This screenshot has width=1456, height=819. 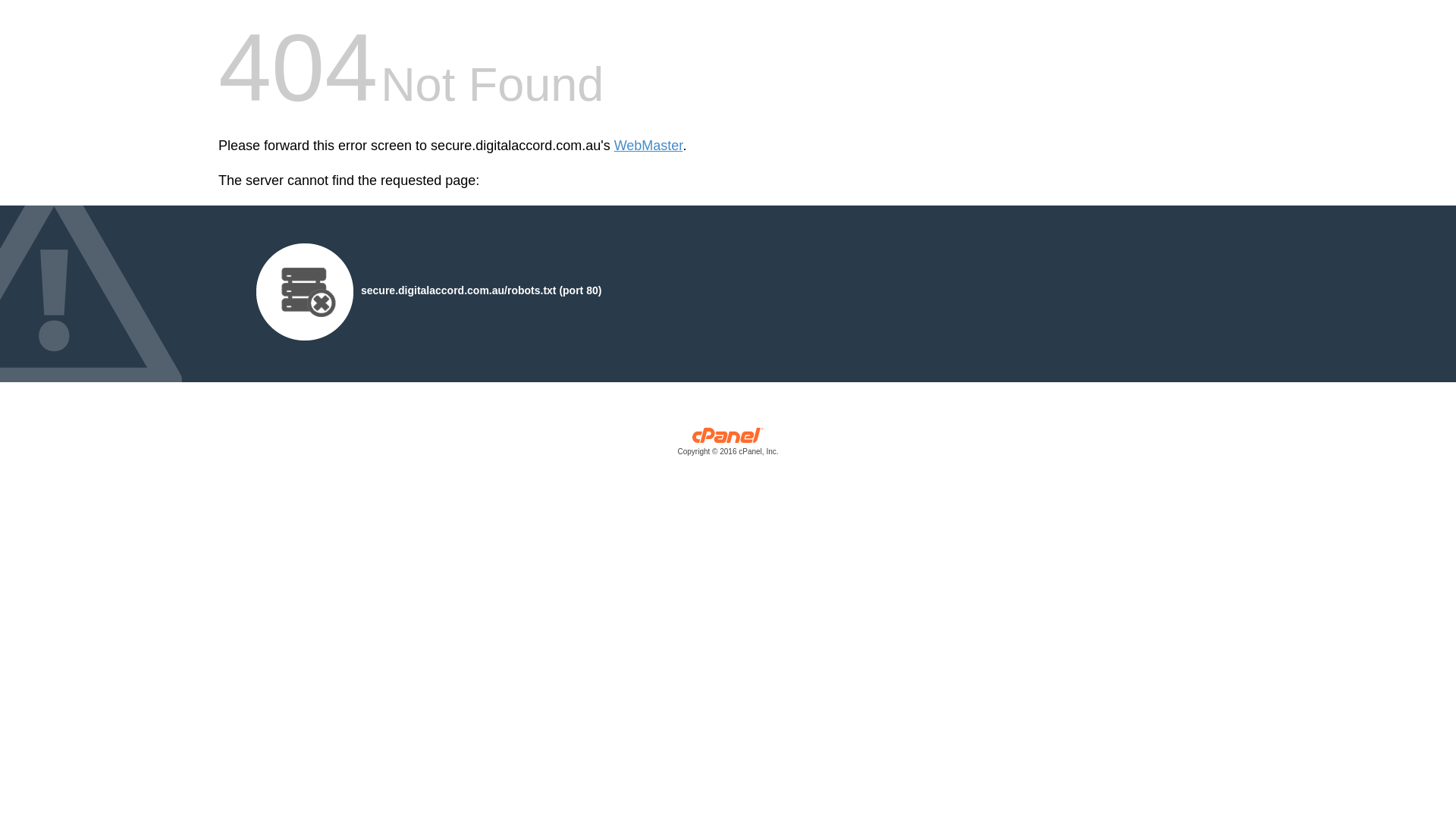 I want to click on 'WebMaster', so click(x=648, y=146).